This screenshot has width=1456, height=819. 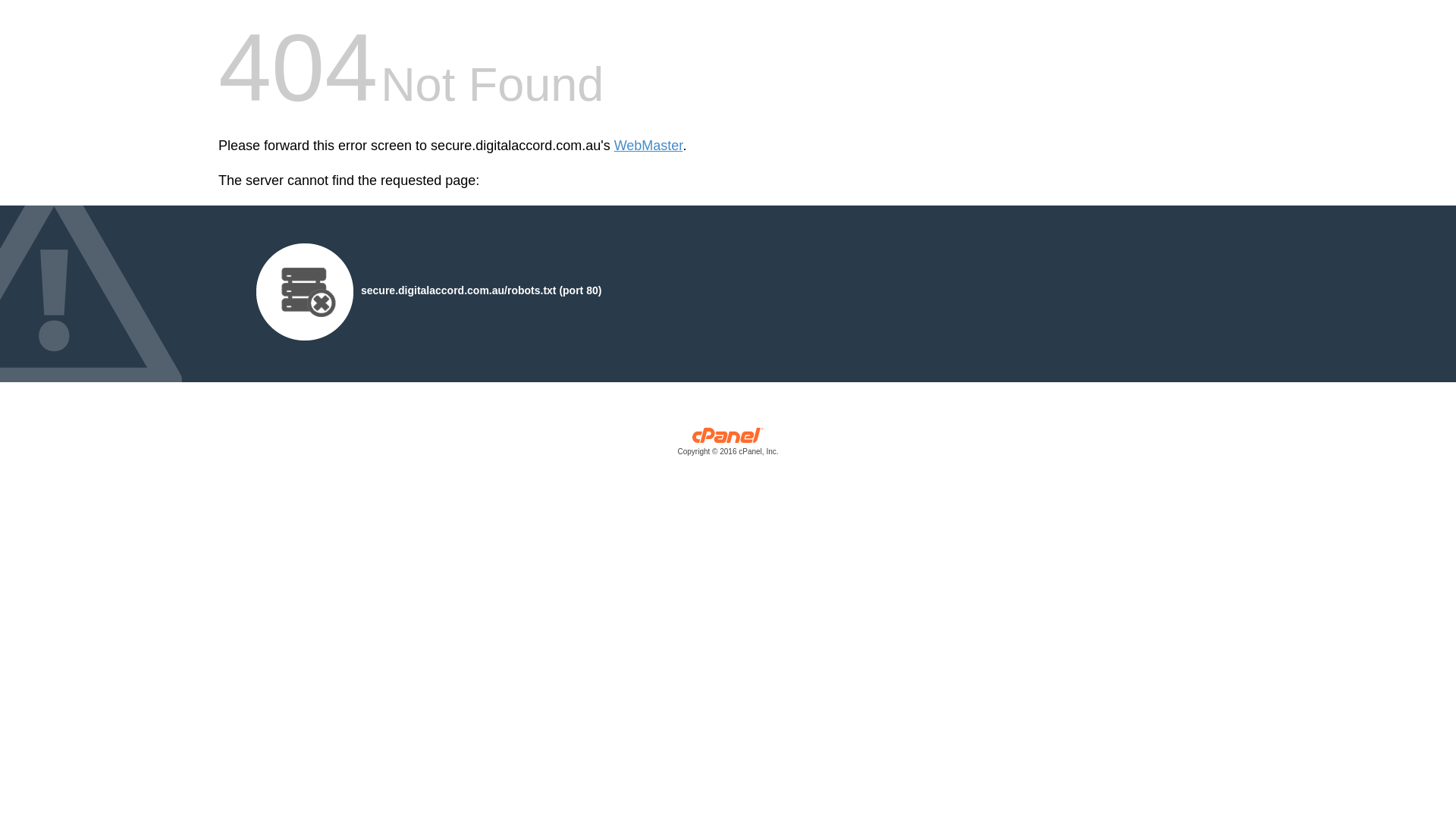 I want to click on 'WebMaster', so click(x=648, y=146).